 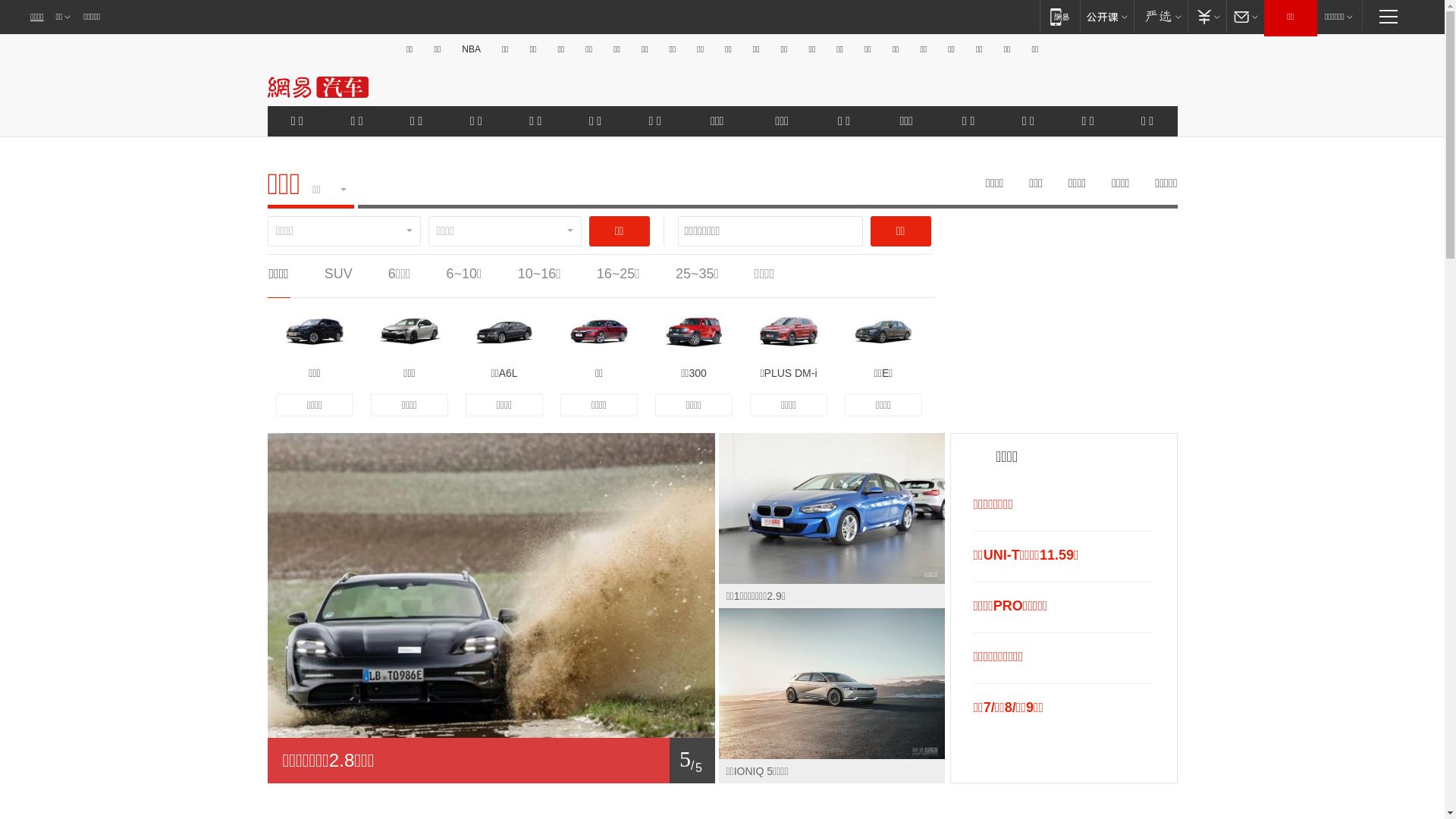 I want to click on '1/ 5', so click(x=491, y=760).